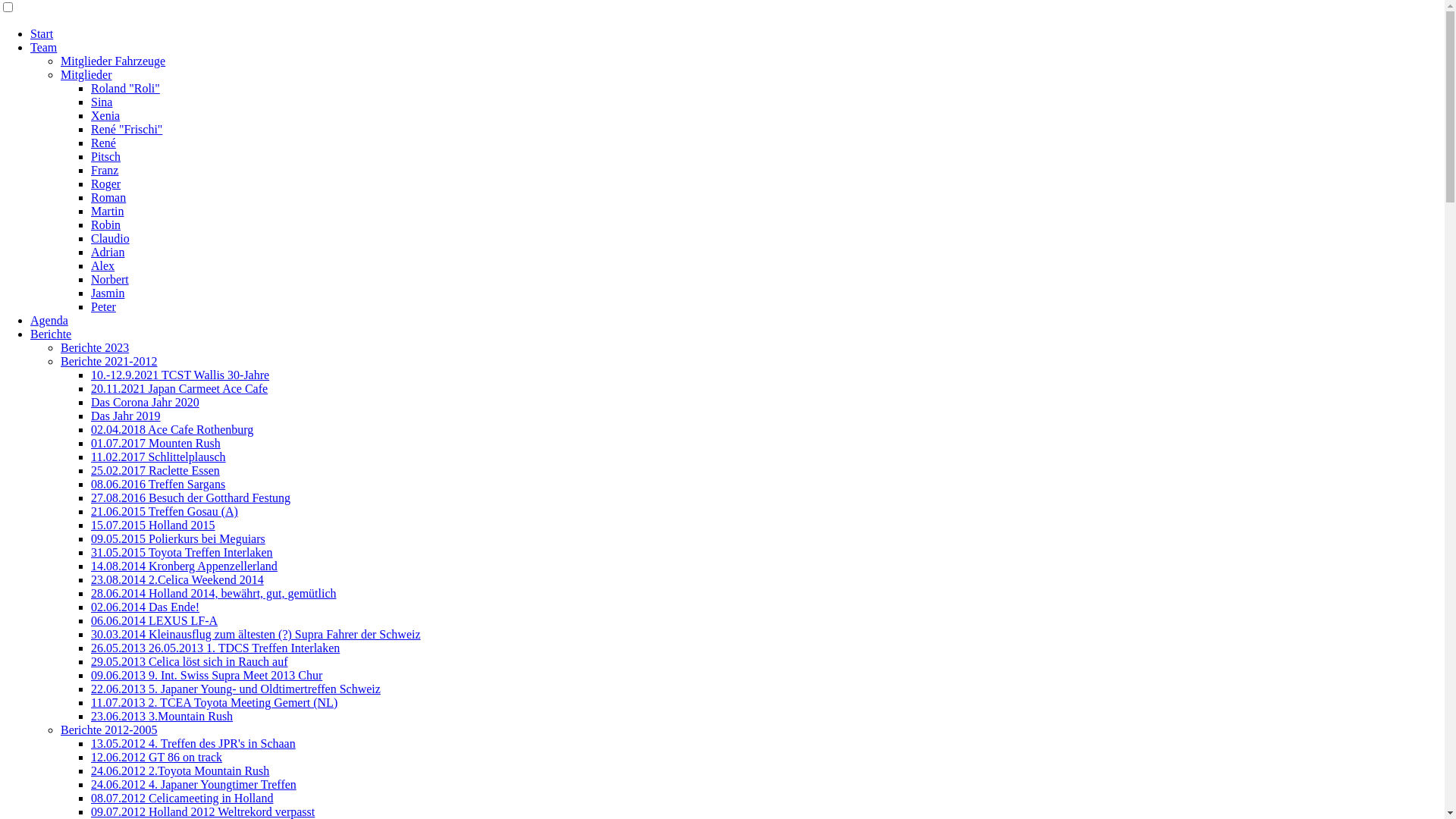  Describe the element at coordinates (108, 729) in the screenshot. I see `'Berichte 2012-2005'` at that location.